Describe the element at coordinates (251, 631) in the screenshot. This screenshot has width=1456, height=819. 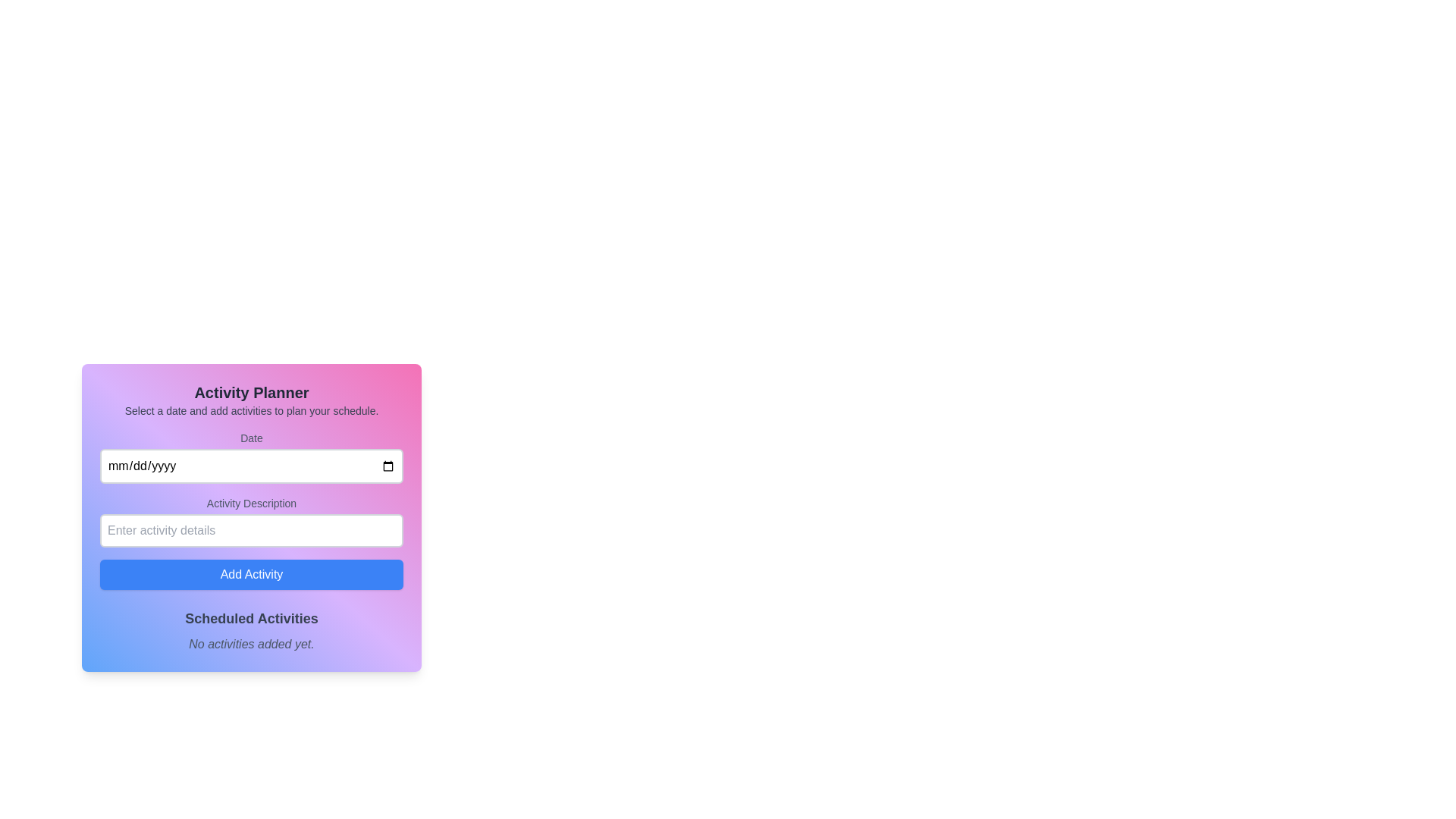
I see `the 'Scheduled Activities' text section, which displays 'No activities added yet.'` at that location.